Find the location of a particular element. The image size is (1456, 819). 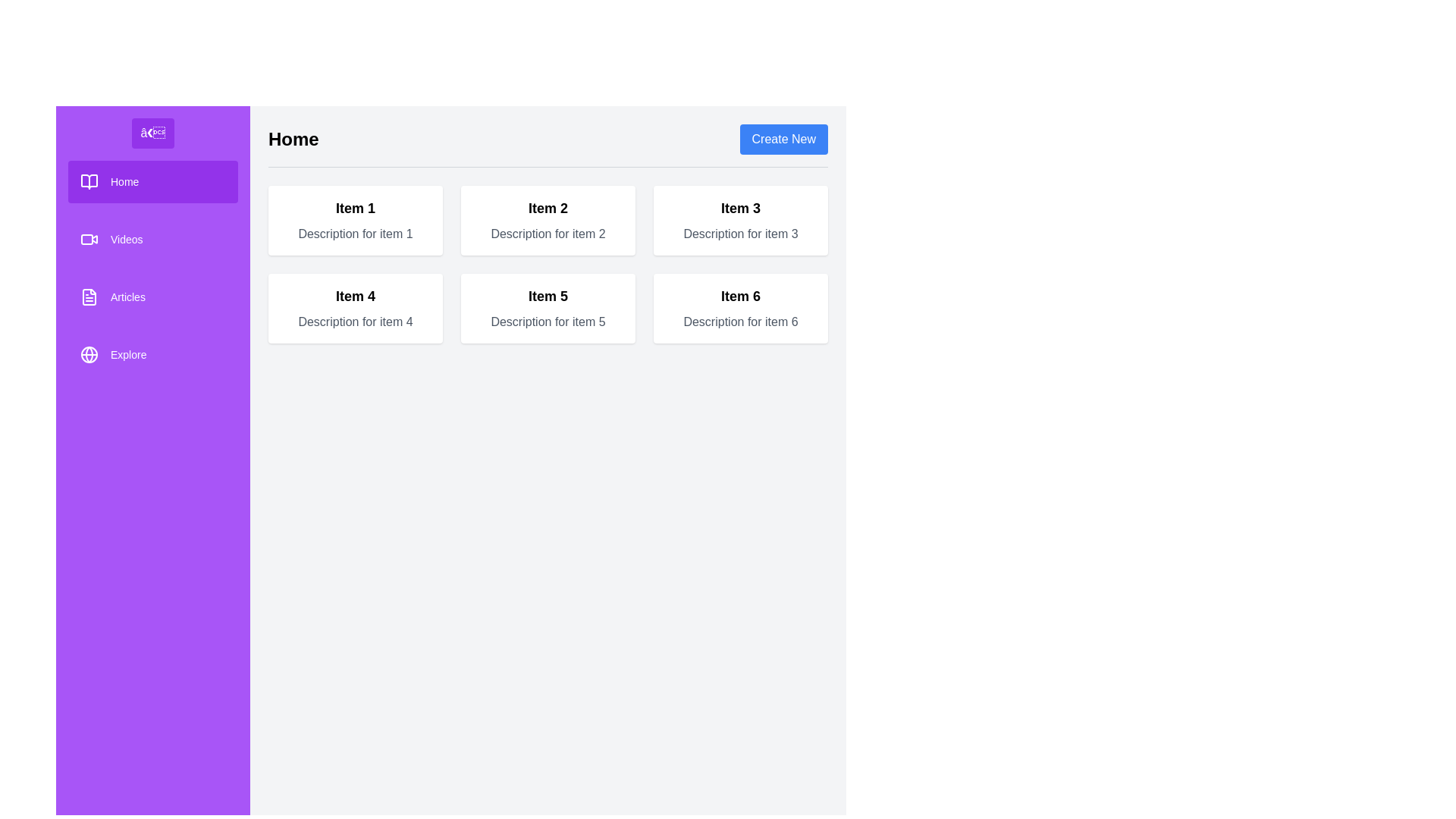

the text label displaying 'Description for item 4', which is located beneath the title 'Item 4' in the second card of the second row is located at coordinates (355, 321).